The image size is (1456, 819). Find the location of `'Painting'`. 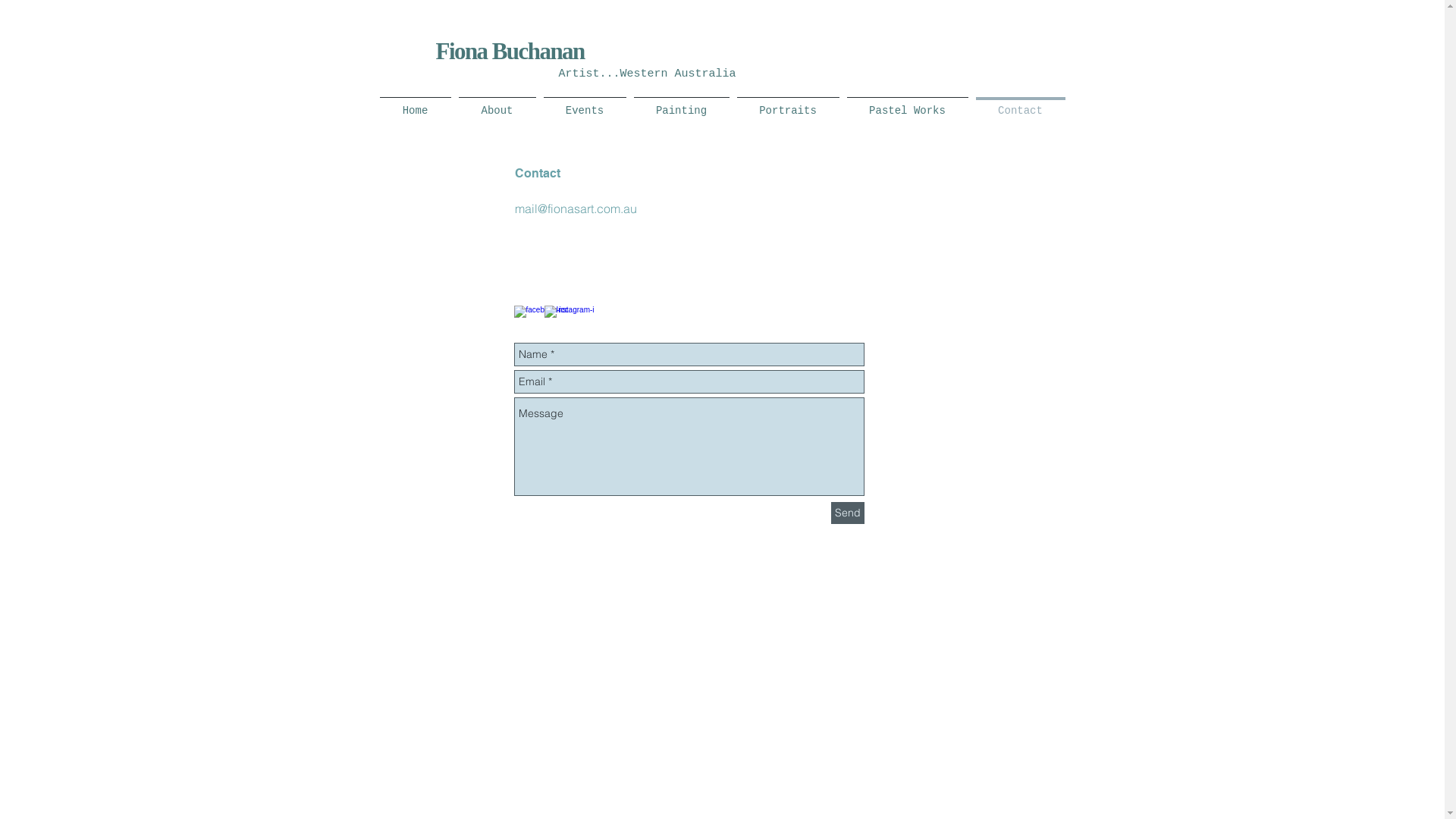

'Painting' is located at coordinates (679, 103).